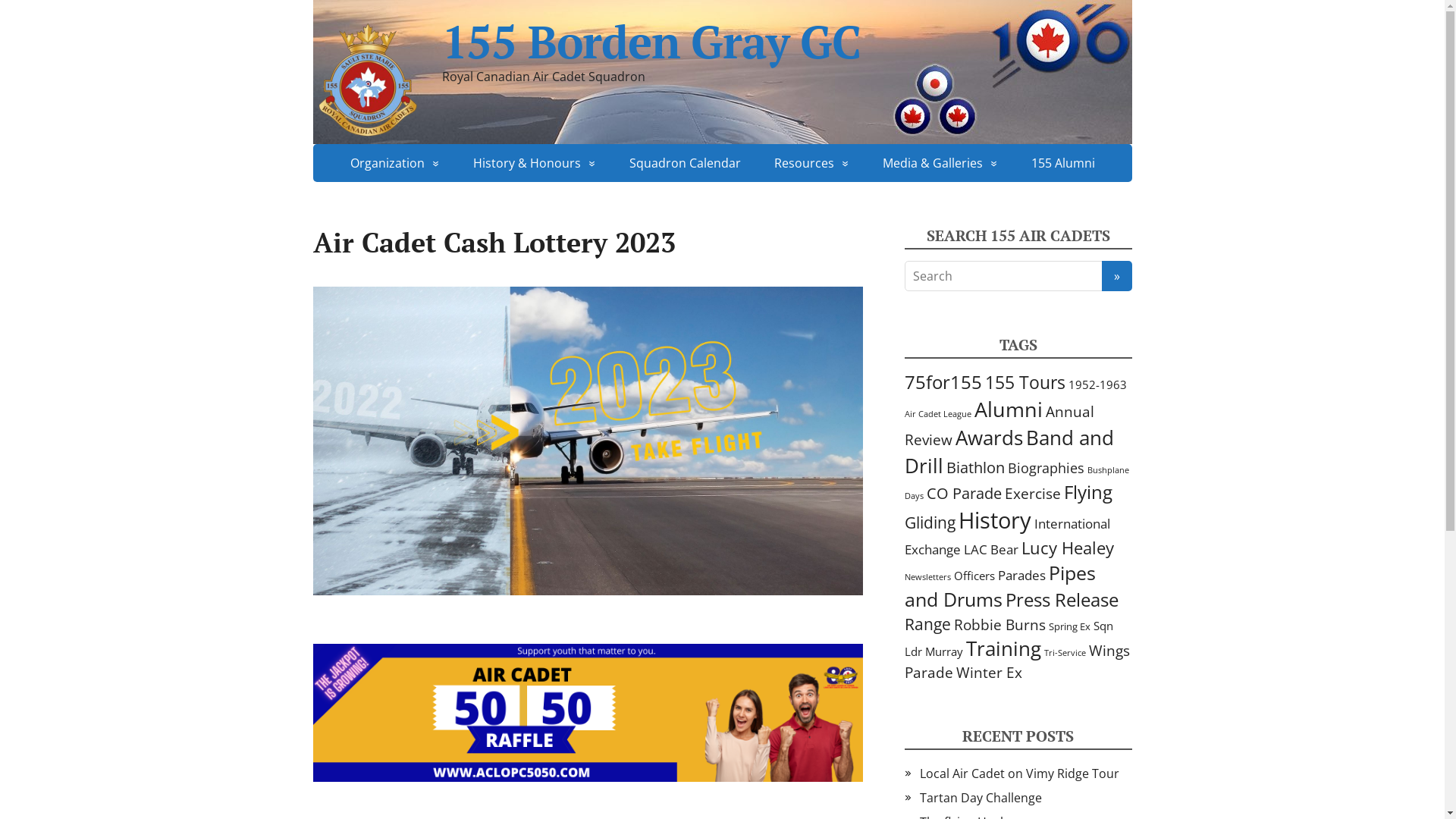  What do you see at coordinates (1087, 491) in the screenshot?
I see `'Flying'` at bounding box center [1087, 491].